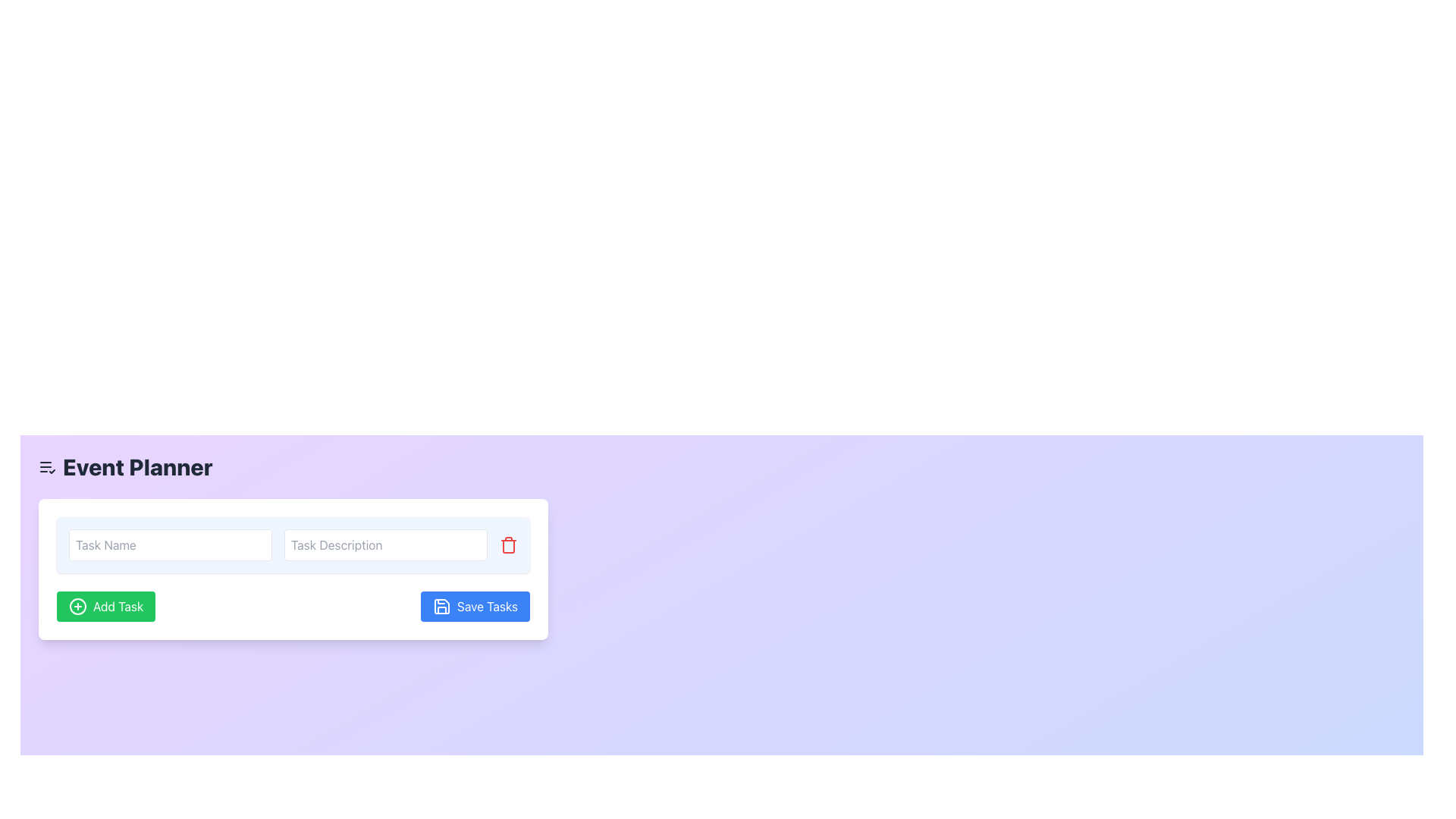 Image resolution: width=1456 pixels, height=819 pixels. What do you see at coordinates (441, 605) in the screenshot?
I see `the save icon within the blue 'Save Tasks' button located on the far right of the task management component` at bounding box center [441, 605].